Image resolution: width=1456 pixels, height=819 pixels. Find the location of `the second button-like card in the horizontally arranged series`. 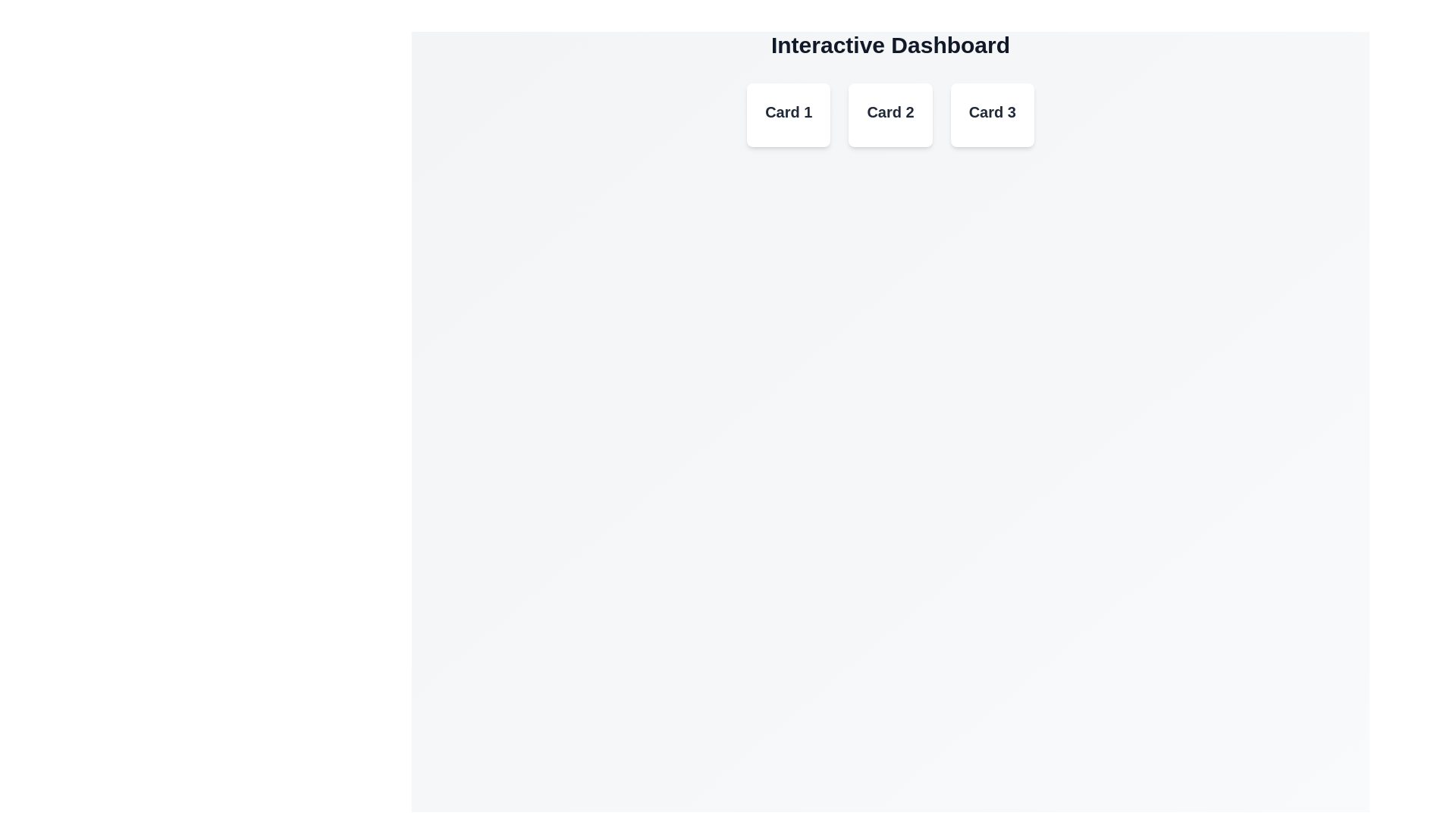

the second button-like card in the horizontally arranged series is located at coordinates (890, 114).